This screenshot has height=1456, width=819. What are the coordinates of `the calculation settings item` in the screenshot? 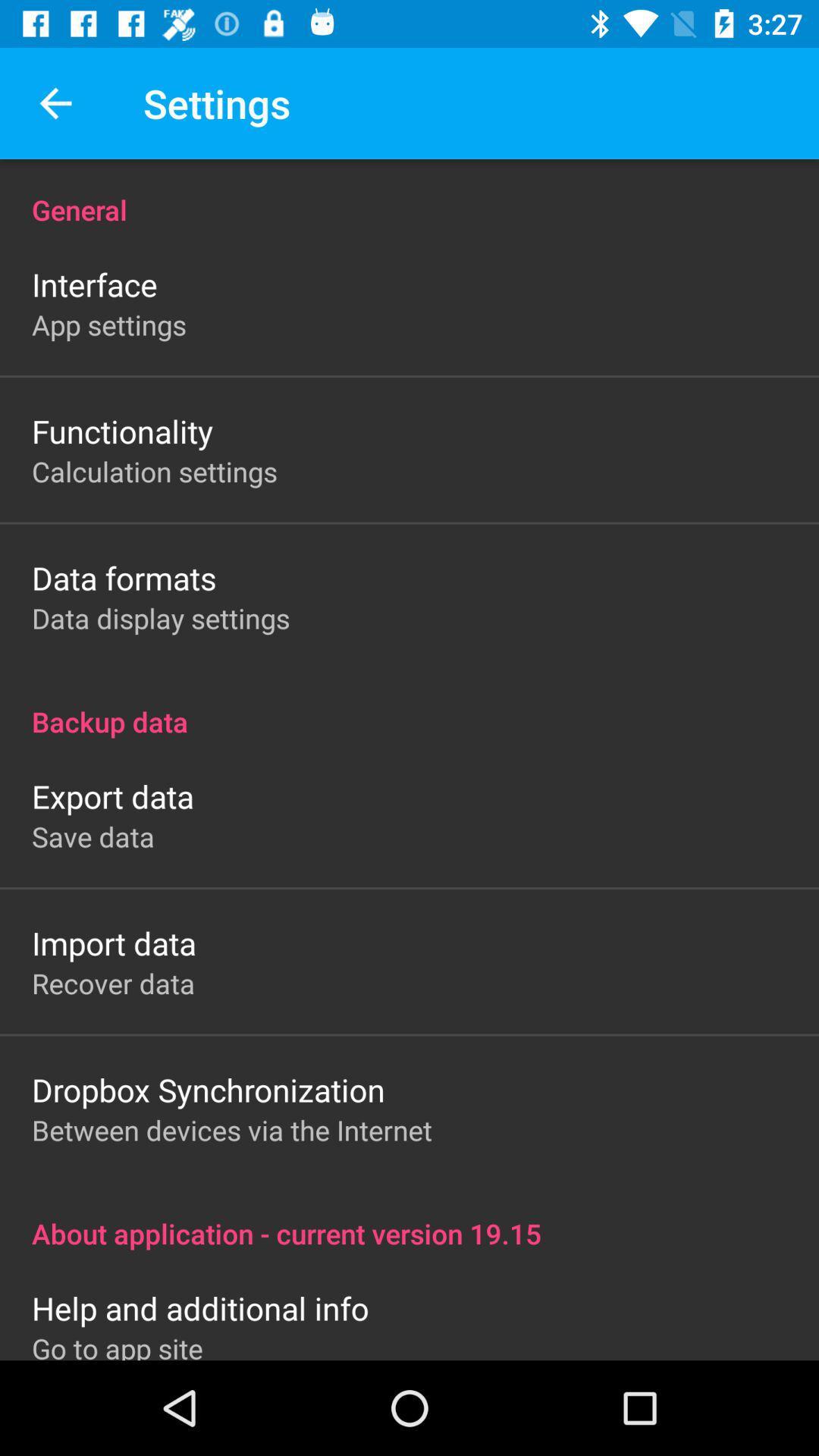 It's located at (155, 470).